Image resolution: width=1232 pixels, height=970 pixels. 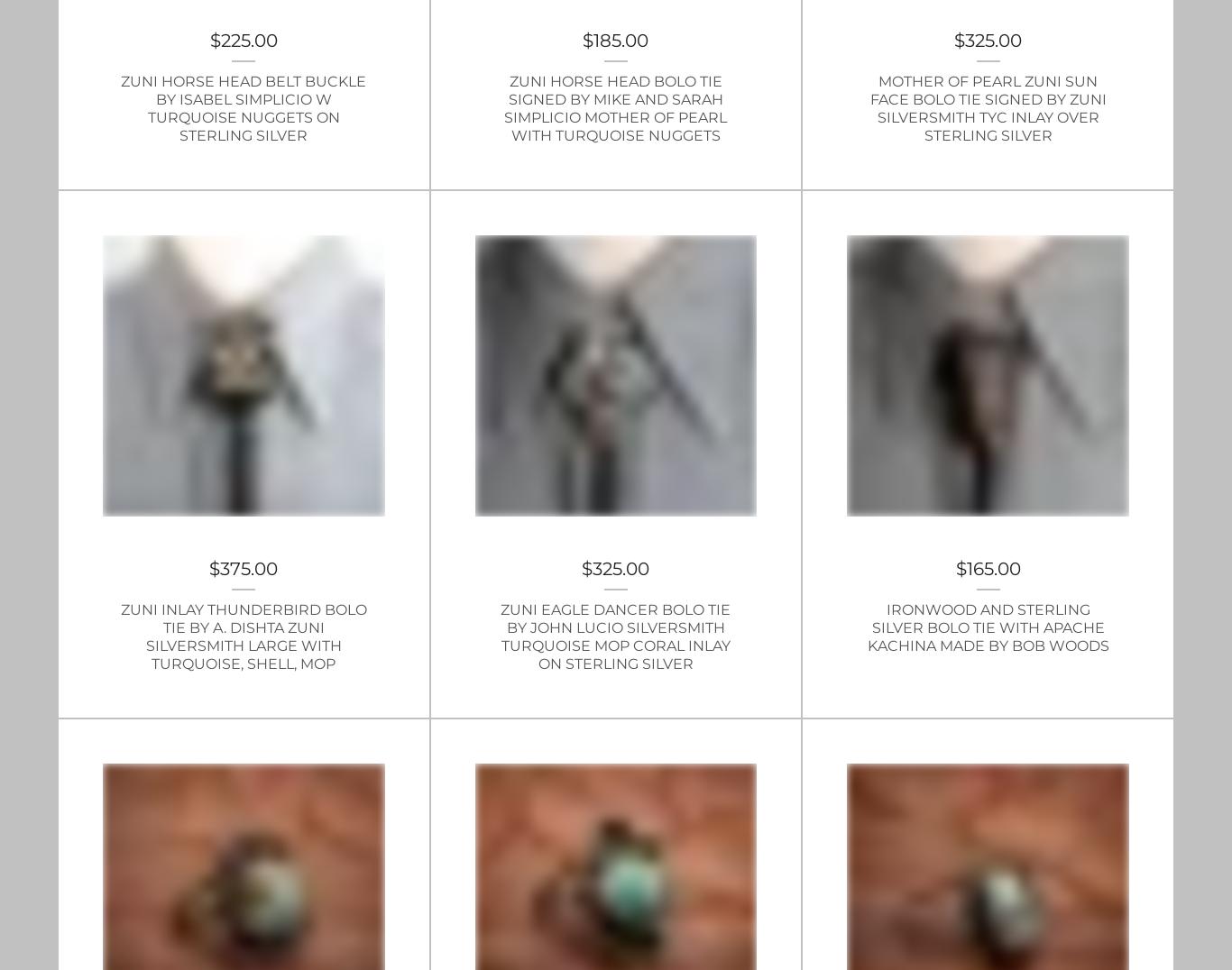 I want to click on 'Zuni Eagle Dancer Bolo Tie  by John Lucio Silversmith Turquoise MOP Coral inlay on Sterling Silver', so click(x=614, y=636).